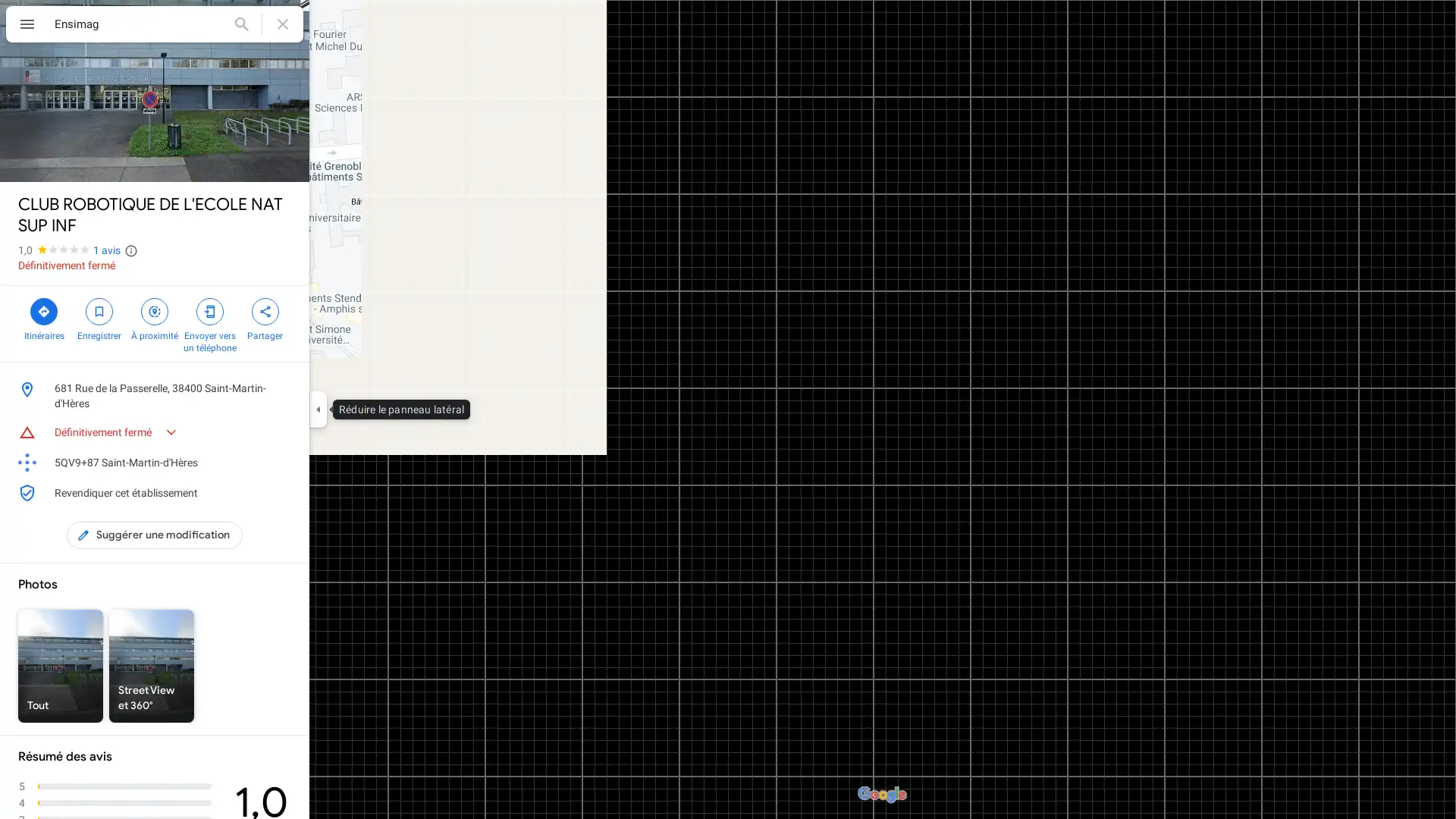 The height and width of the screenshot is (819, 1456). I want to click on Rechercher a proximite de CLUB ROBOTIQUE DE L'ECOLE NAT SUP INF, so click(154, 317).